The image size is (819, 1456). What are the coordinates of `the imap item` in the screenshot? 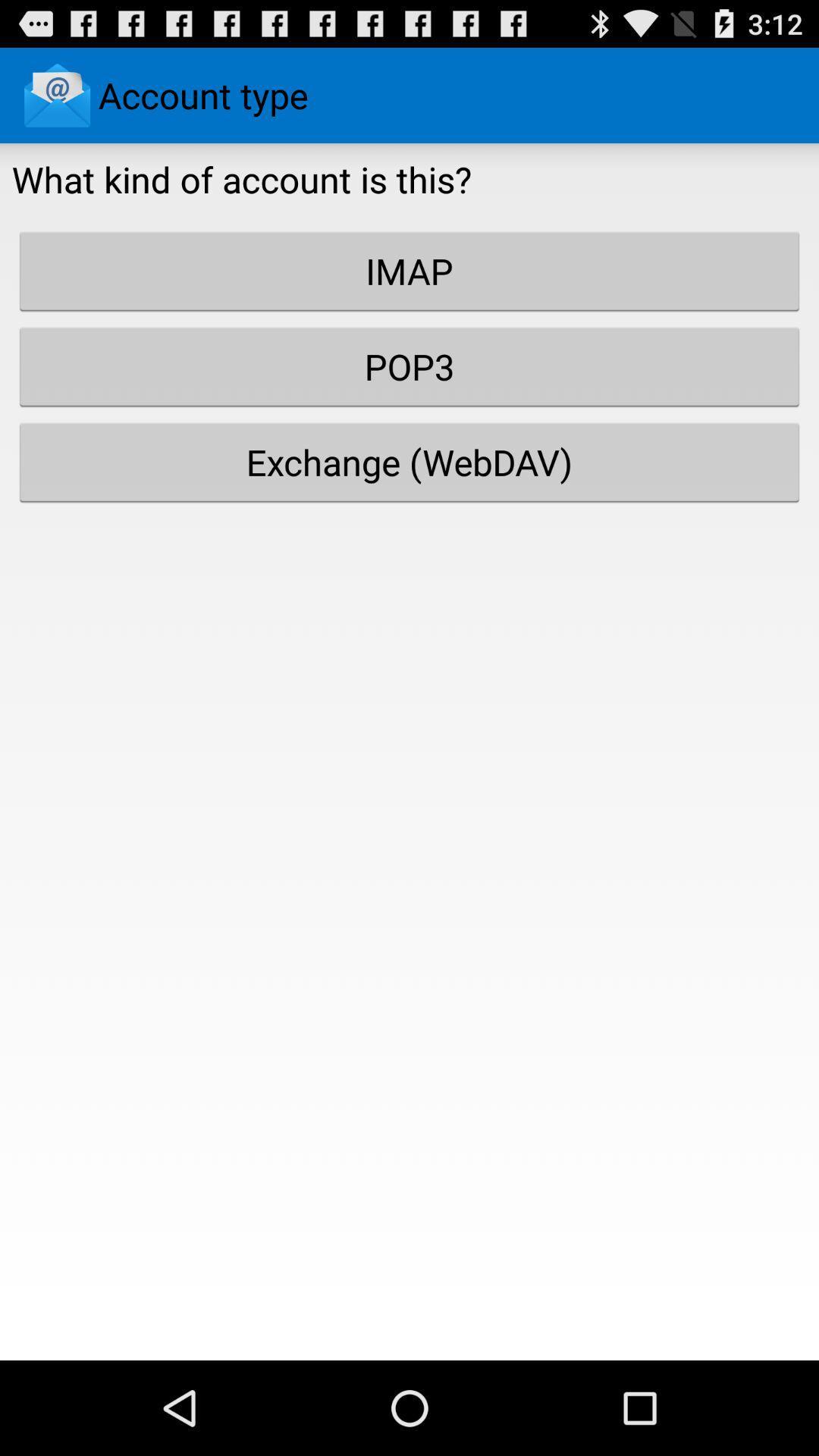 It's located at (409, 271).